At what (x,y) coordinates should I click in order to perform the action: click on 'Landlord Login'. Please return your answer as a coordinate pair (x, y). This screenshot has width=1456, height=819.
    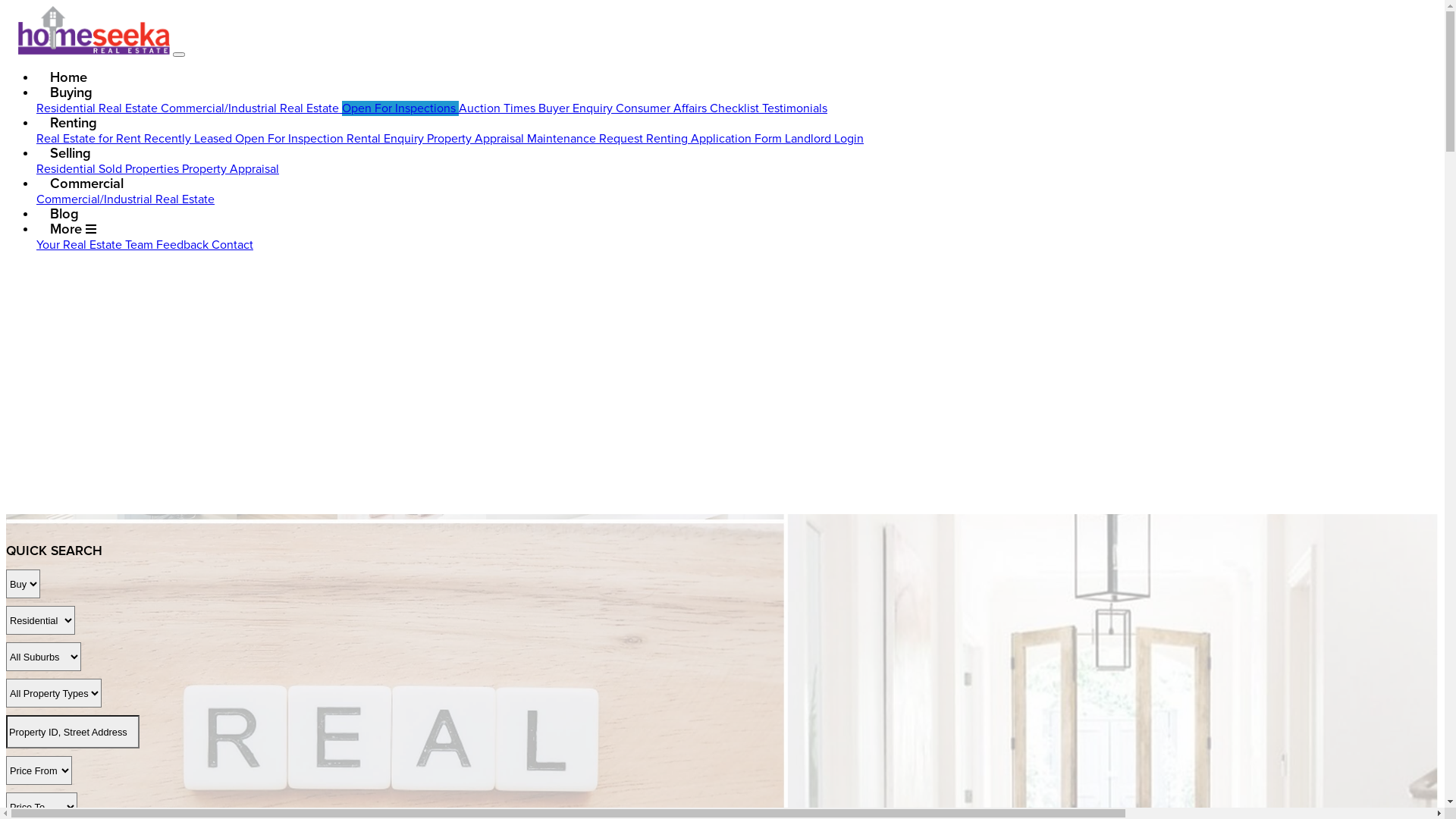
    Looking at the image, I should click on (823, 138).